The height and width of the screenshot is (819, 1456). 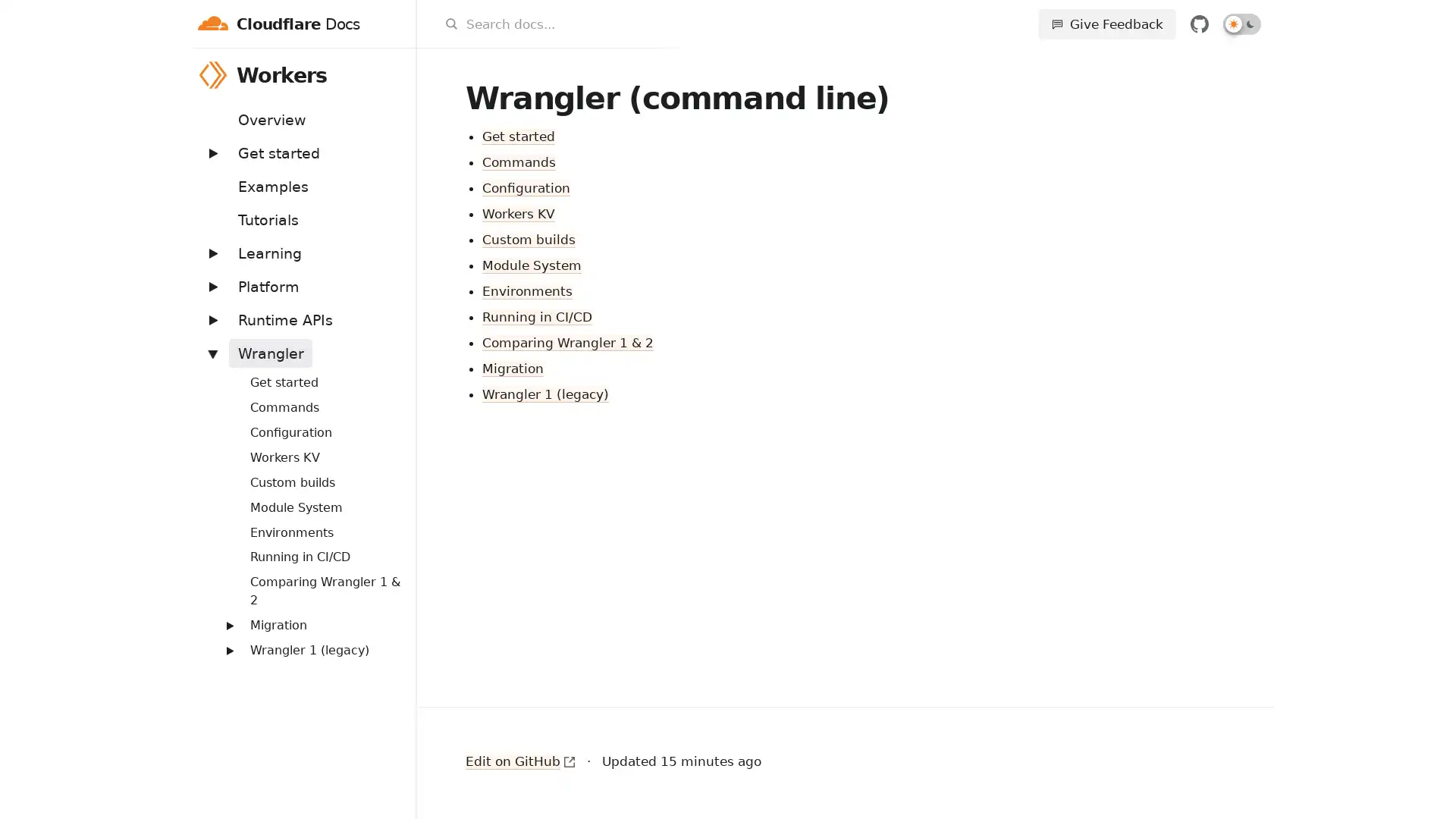 What do you see at coordinates (211, 353) in the screenshot?
I see `Expand: Wrangler` at bounding box center [211, 353].